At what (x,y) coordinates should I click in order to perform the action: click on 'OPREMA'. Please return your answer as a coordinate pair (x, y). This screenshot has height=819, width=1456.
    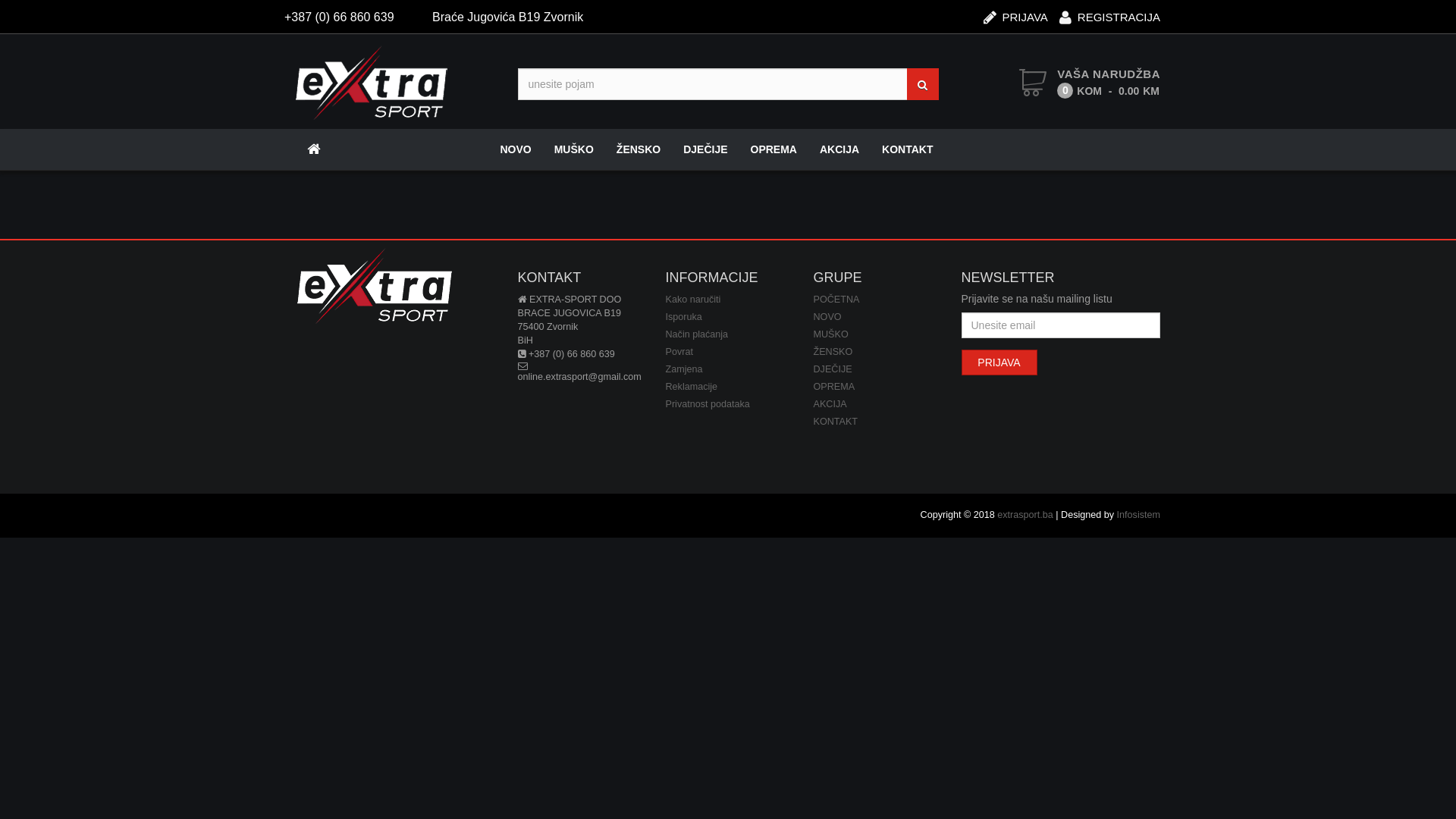
    Looking at the image, I should click on (773, 149).